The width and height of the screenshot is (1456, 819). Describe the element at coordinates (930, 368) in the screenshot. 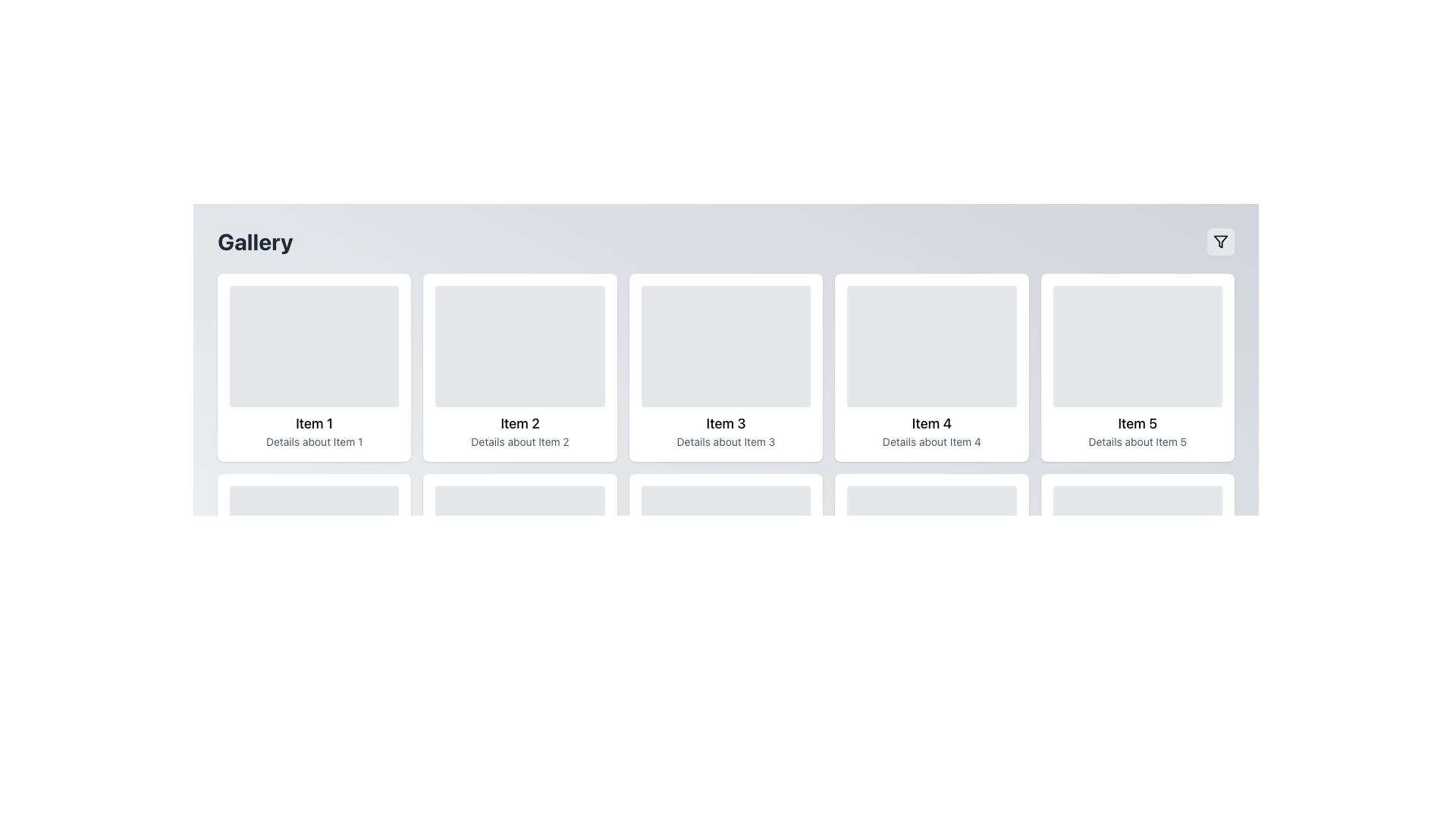

I see `the fourth card in the grid layout, which has a white background, rounded corners, and features the title 'Item 4'` at that location.